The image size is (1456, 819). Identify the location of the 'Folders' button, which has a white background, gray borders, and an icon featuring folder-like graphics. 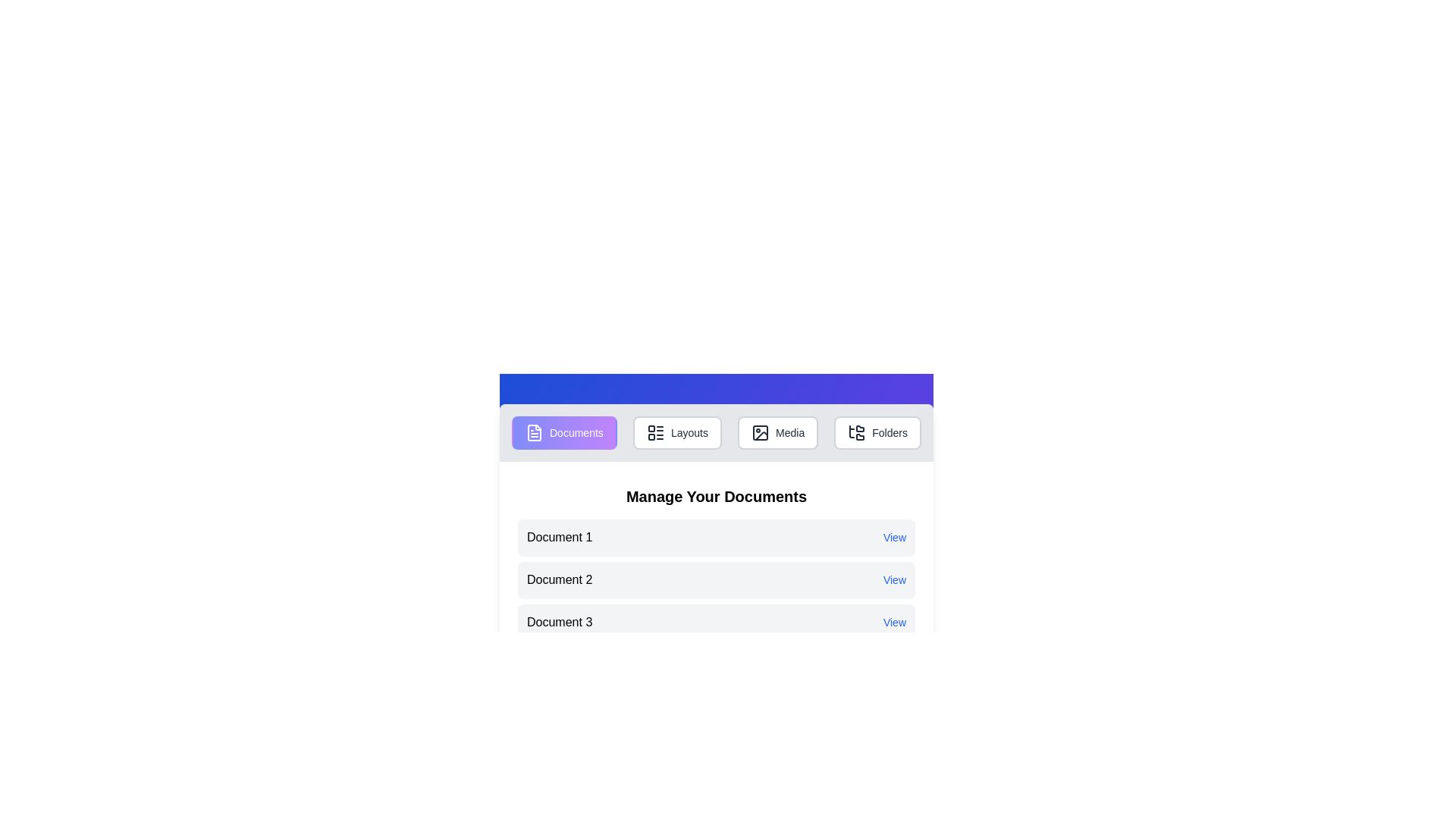
(877, 432).